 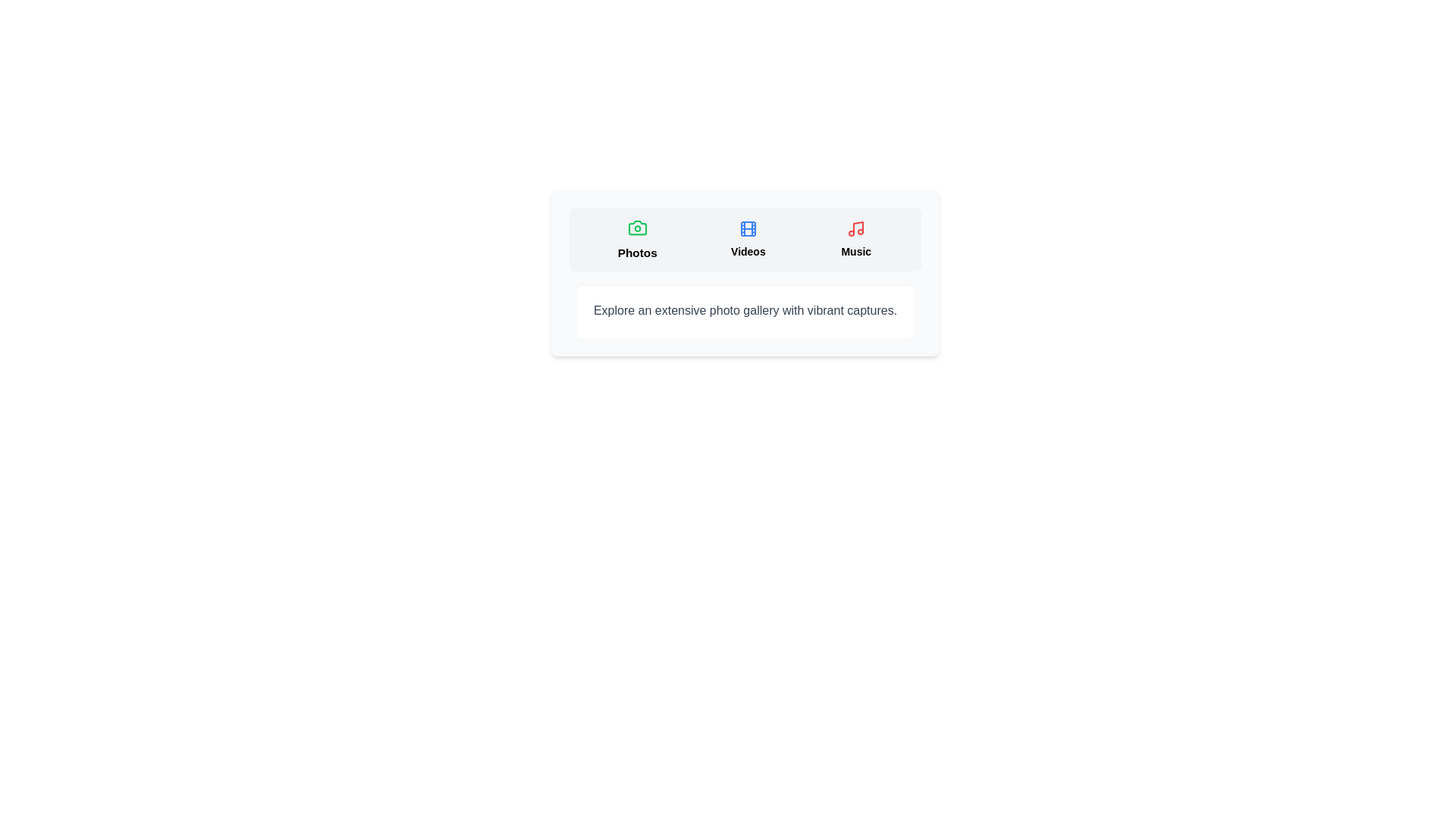 I want to click on the Music tab by clicking on it, so click(x=856, y=239).